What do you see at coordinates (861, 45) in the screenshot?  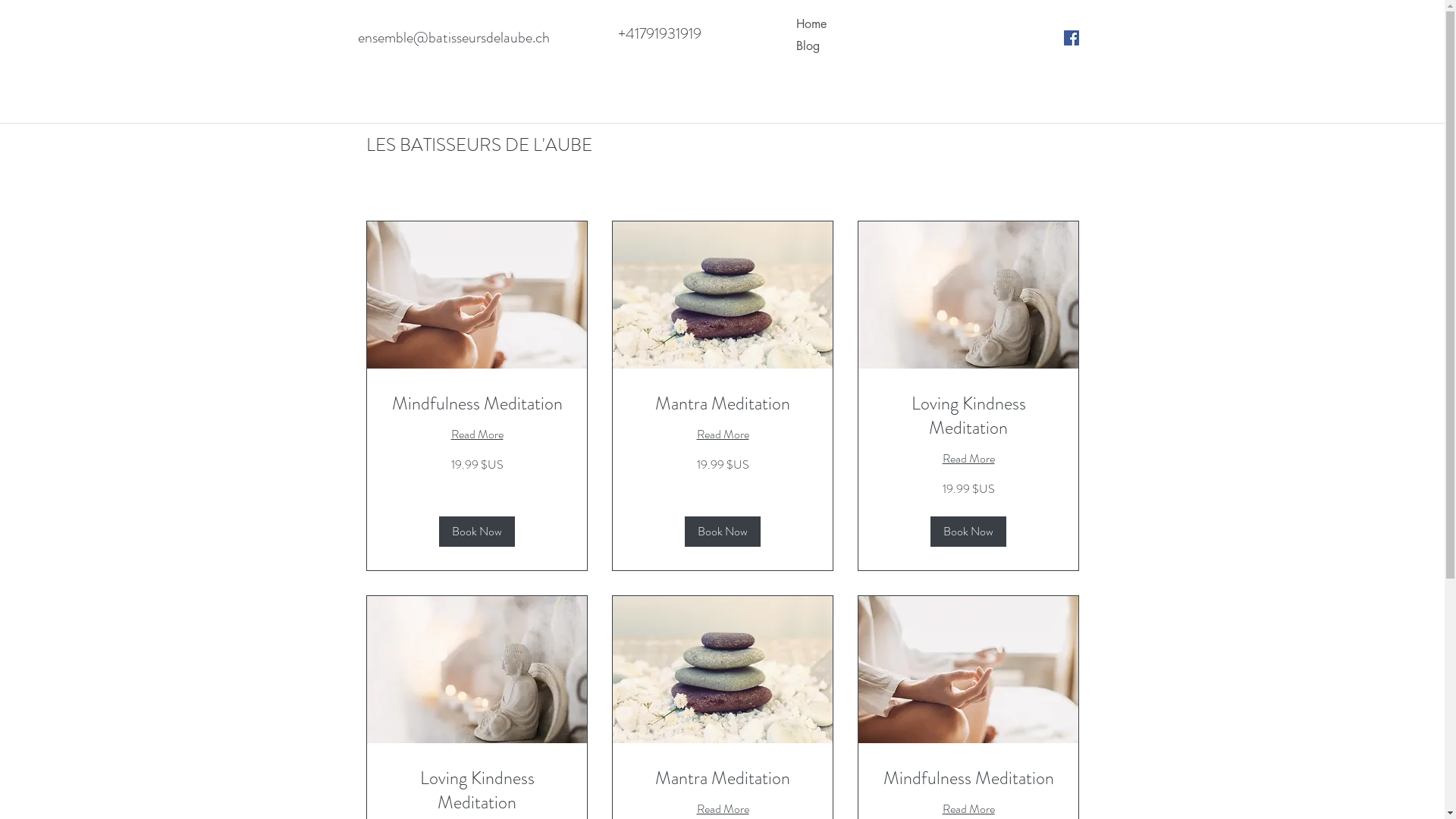 I see `'Blog'` at bounding box center [861, 45].